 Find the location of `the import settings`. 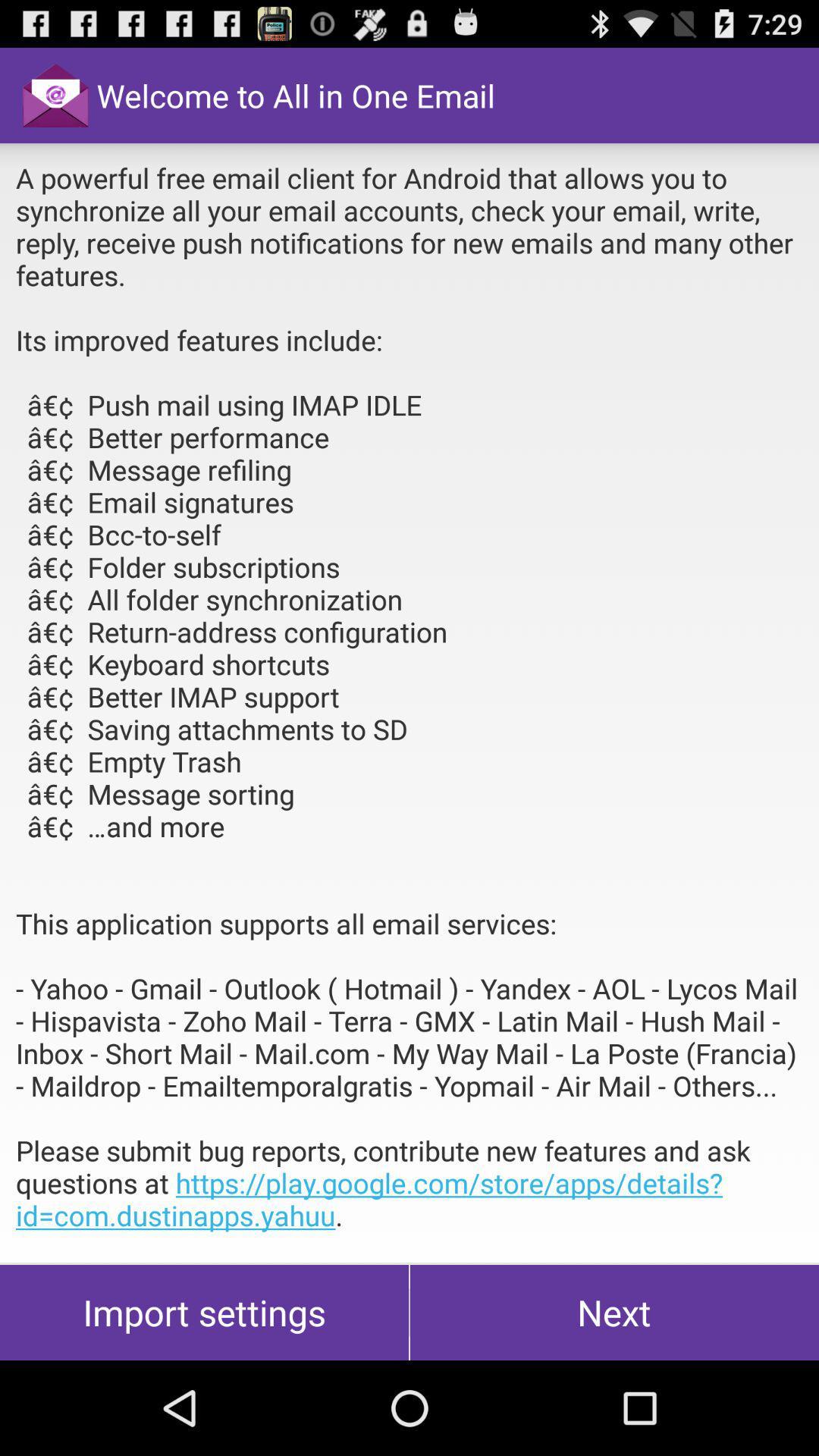

the import settings is located at coordinates (203, 1312).